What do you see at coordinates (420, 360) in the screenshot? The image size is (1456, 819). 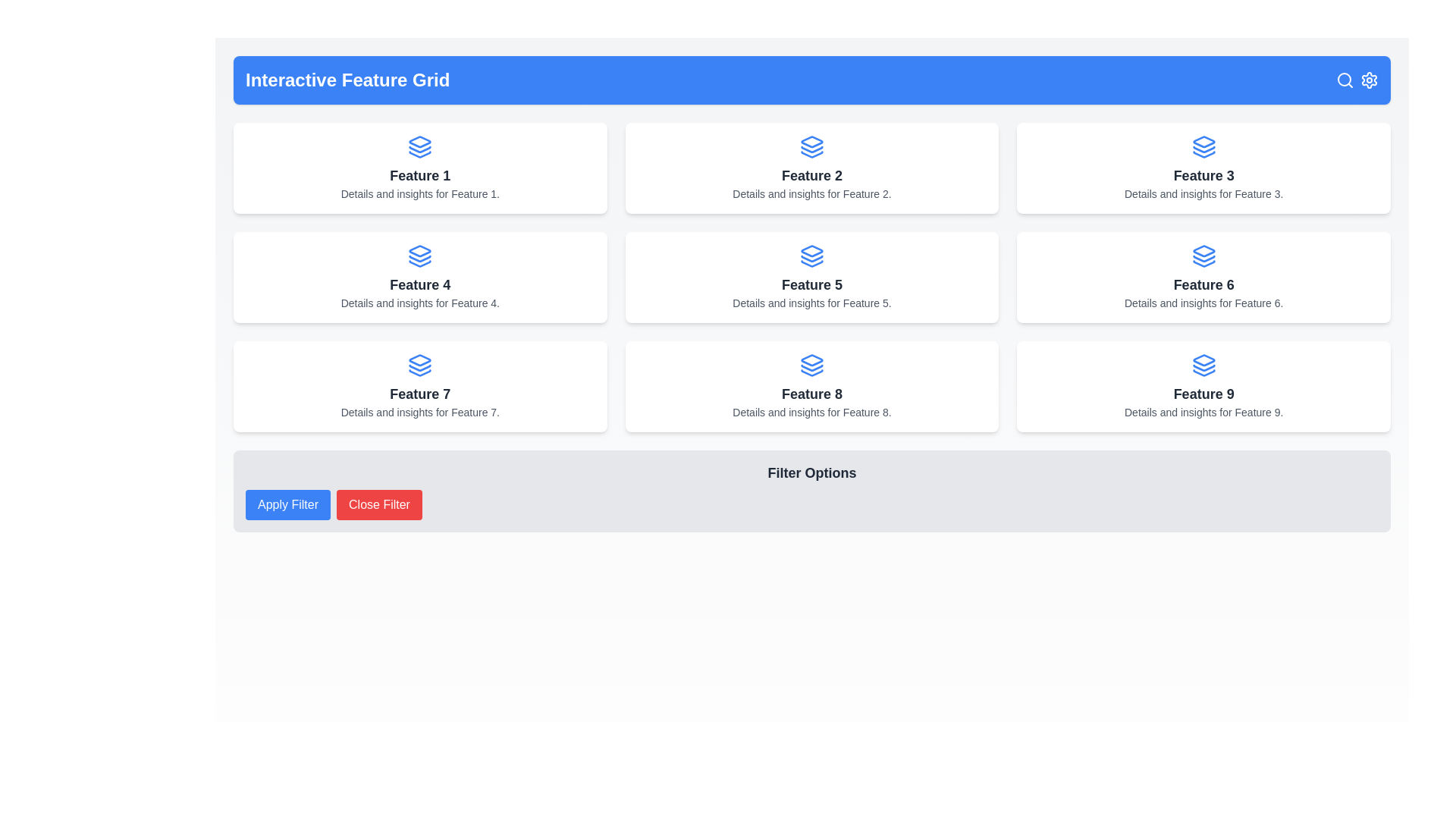 I see `the stack icon representing 'Feature 7' located` at bounding box center [420, 360].